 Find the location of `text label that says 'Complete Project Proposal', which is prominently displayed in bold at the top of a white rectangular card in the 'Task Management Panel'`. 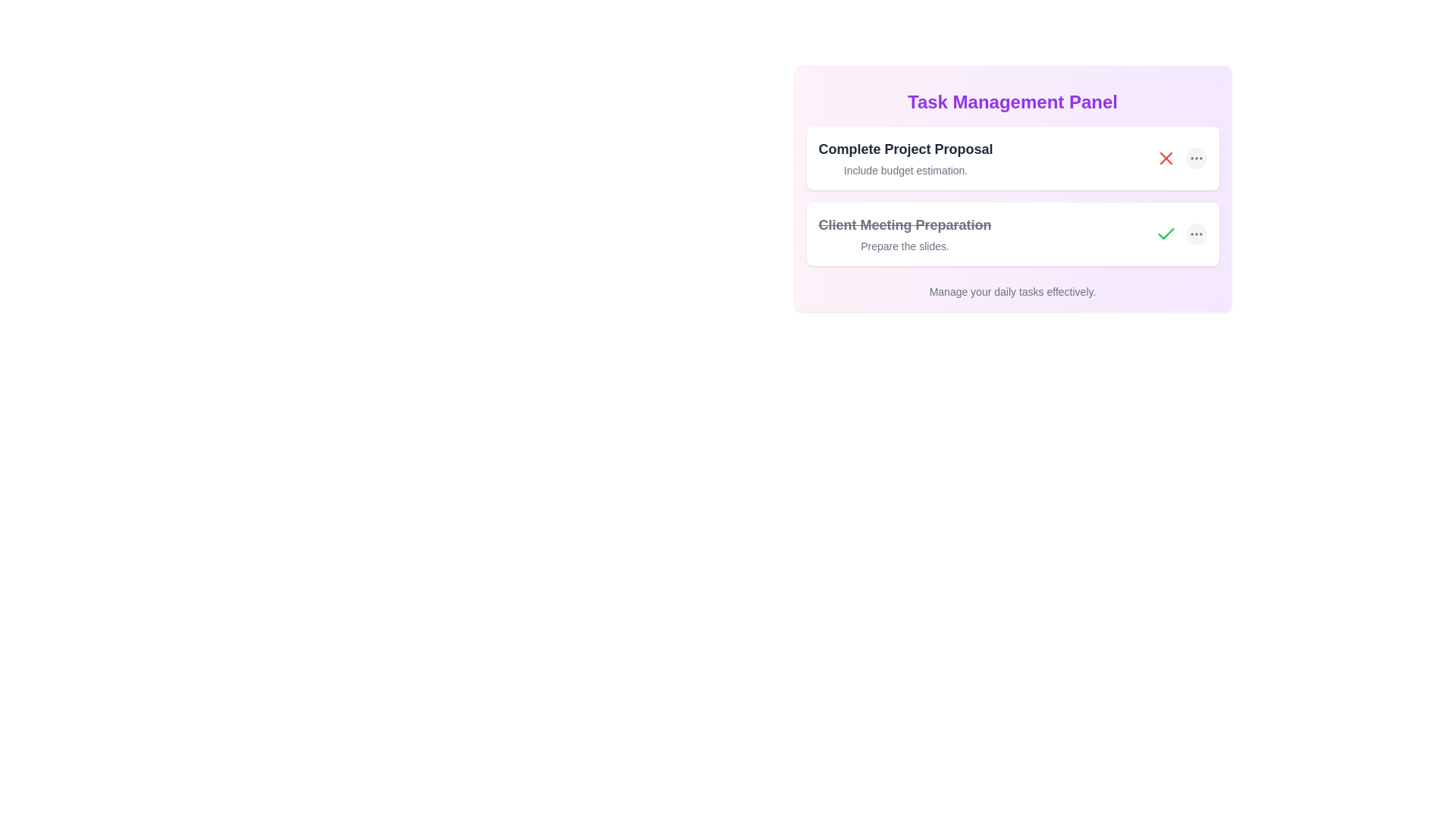

text label that says 'Complete Project Proposal', which is prominently displayed in bold at the top of a white rectangular card in the 'Task Management Panel' is located at coordinates (905, 149).